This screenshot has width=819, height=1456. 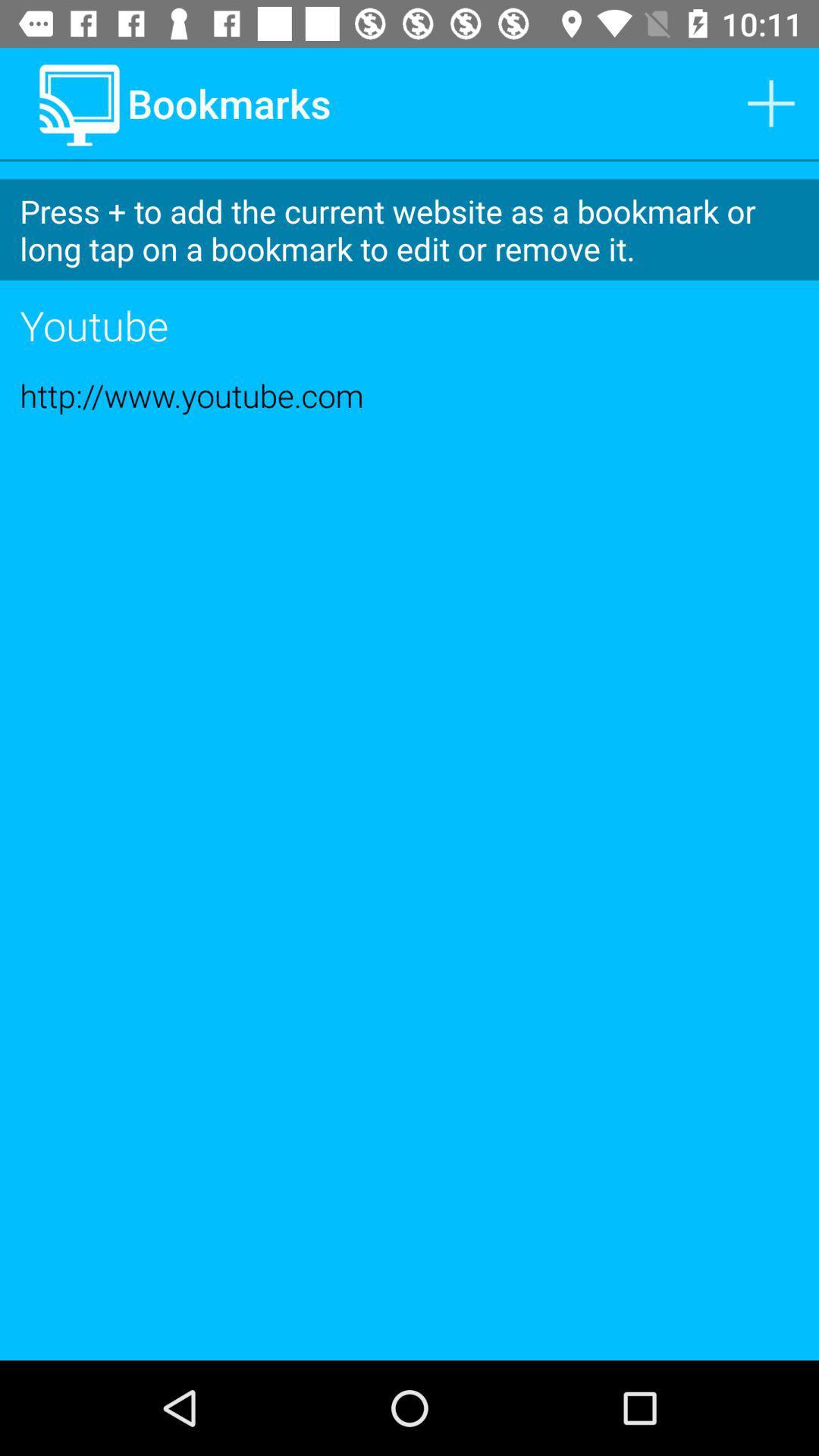 What do you see at coordinates (409, 395) in the screenshot?
I see `http www youtube item` at bounding box center [409, 395].